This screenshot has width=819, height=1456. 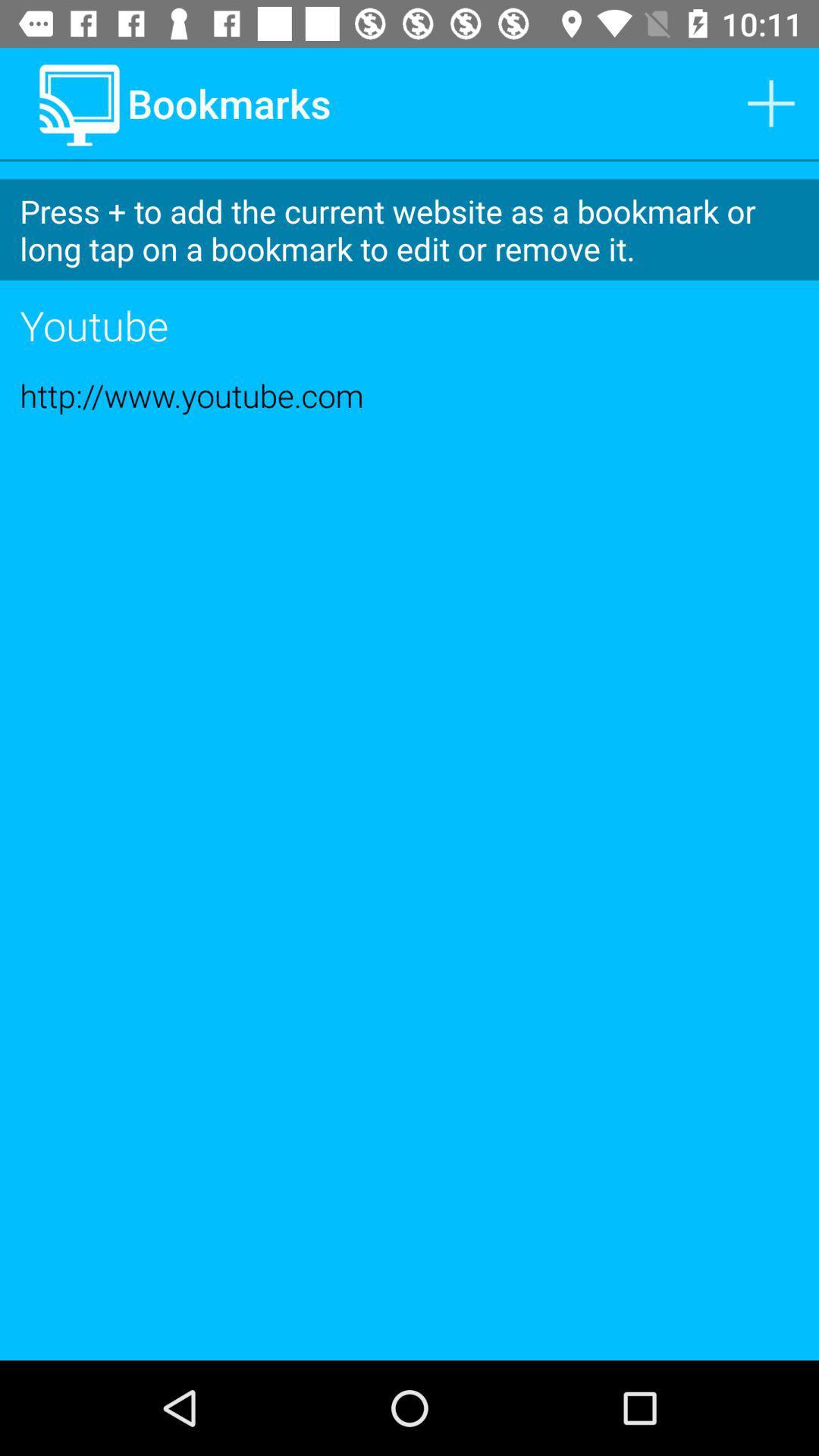 What do you see at coordinates (409, 395) in the screenshot?
I see `http www youtube item` at bounding box center [409, 395].